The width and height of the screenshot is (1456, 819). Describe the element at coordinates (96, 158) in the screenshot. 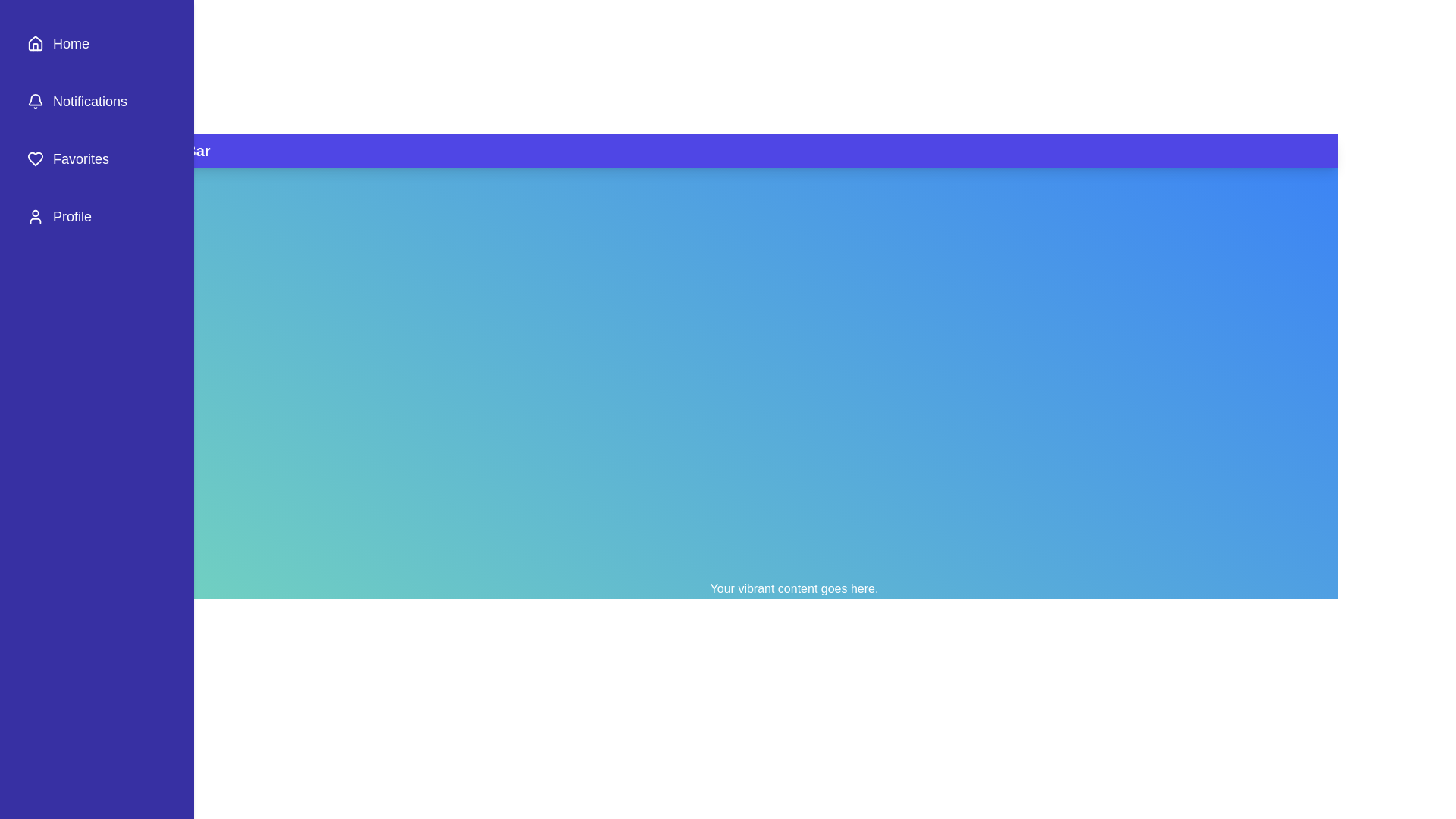

I see `the sidebar item Favorites to reveal its hover effect` at that location.